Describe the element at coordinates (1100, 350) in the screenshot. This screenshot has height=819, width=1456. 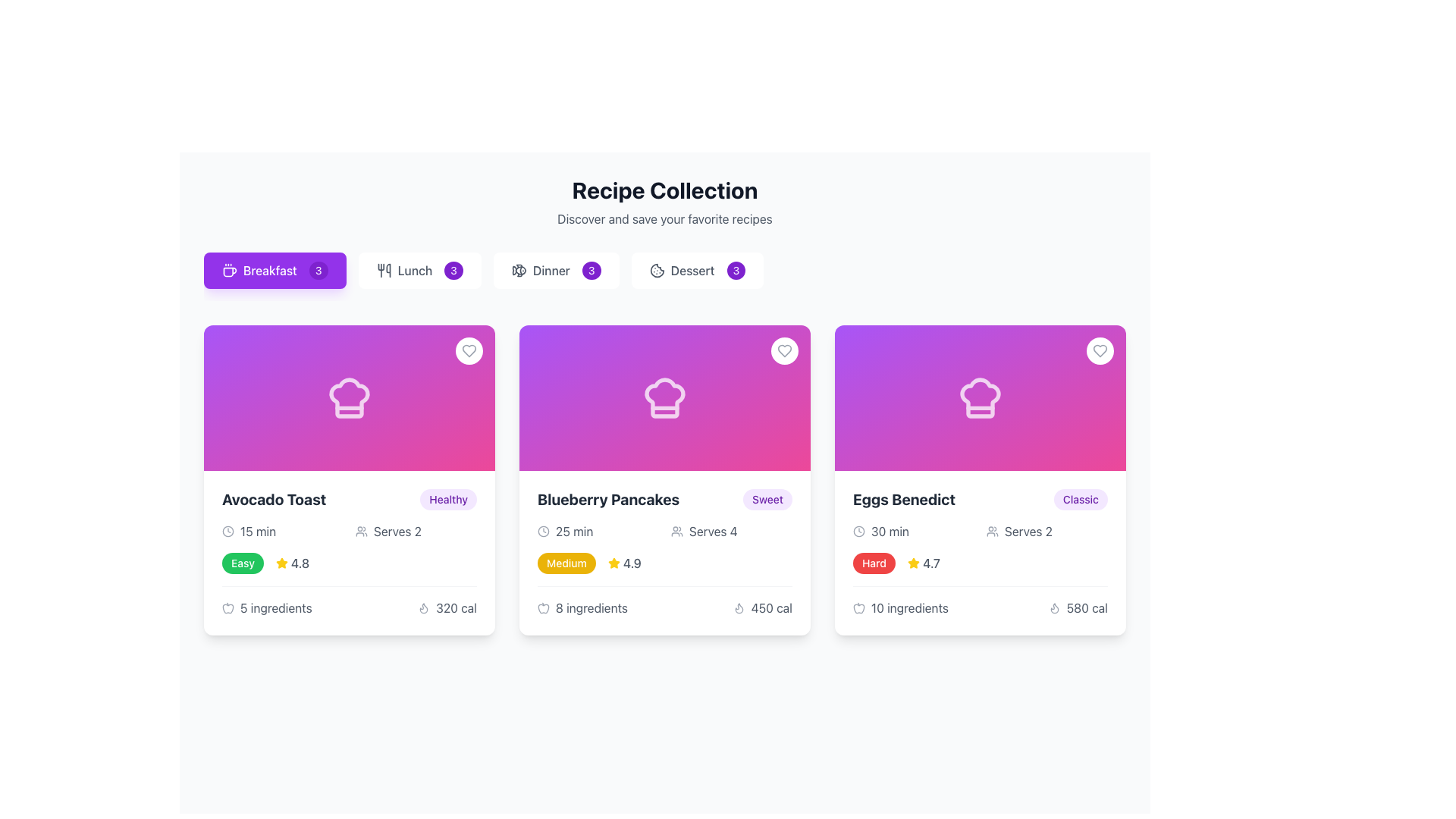
I see `the heart-shaped icon button with a grey outline located in the top-right corner of the 'Eggs Benedict' card in the third column of the recipe grid` at that location.